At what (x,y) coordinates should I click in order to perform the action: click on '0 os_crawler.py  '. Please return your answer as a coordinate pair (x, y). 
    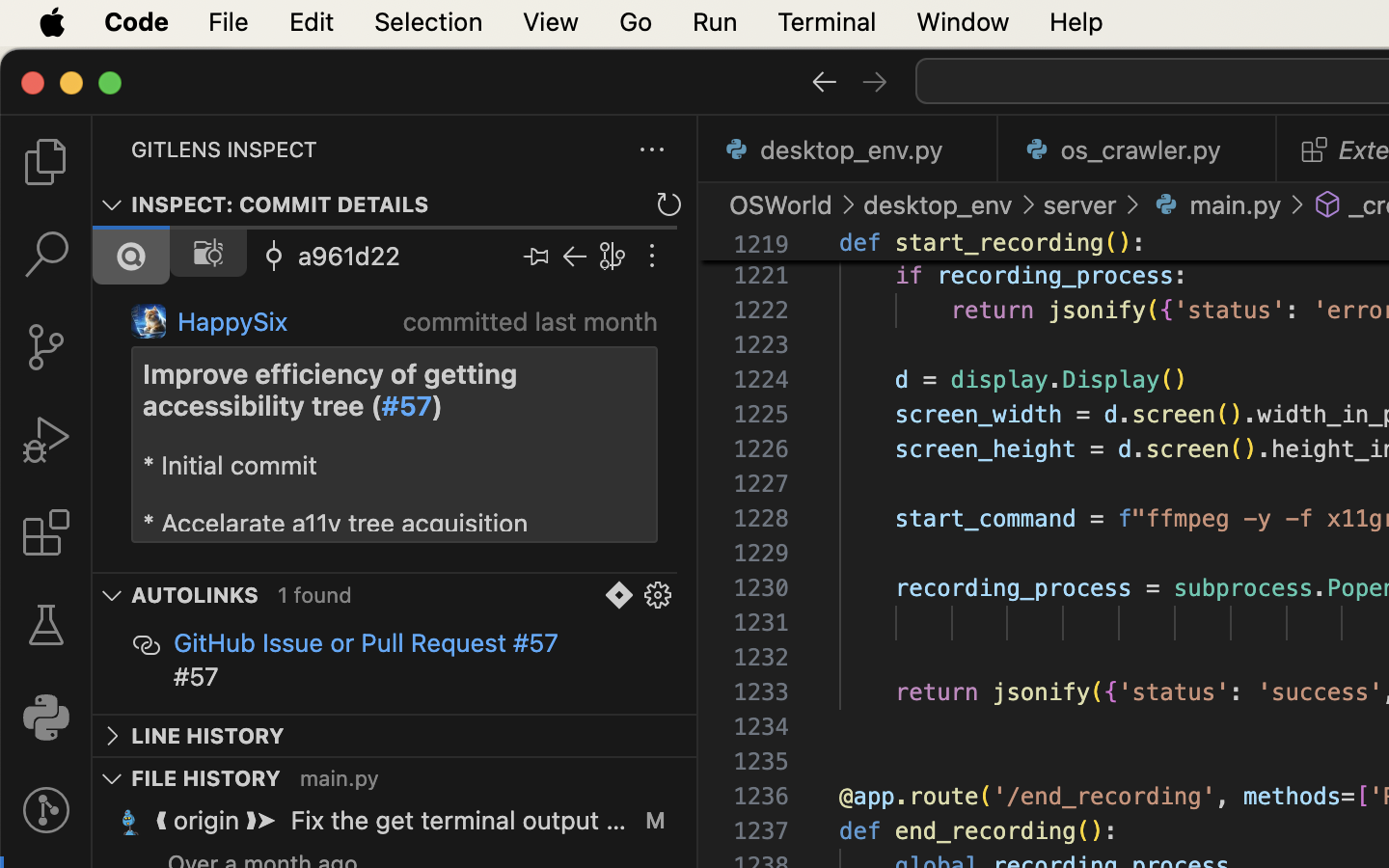
    Looking at the image, I should click on (1137, 149).